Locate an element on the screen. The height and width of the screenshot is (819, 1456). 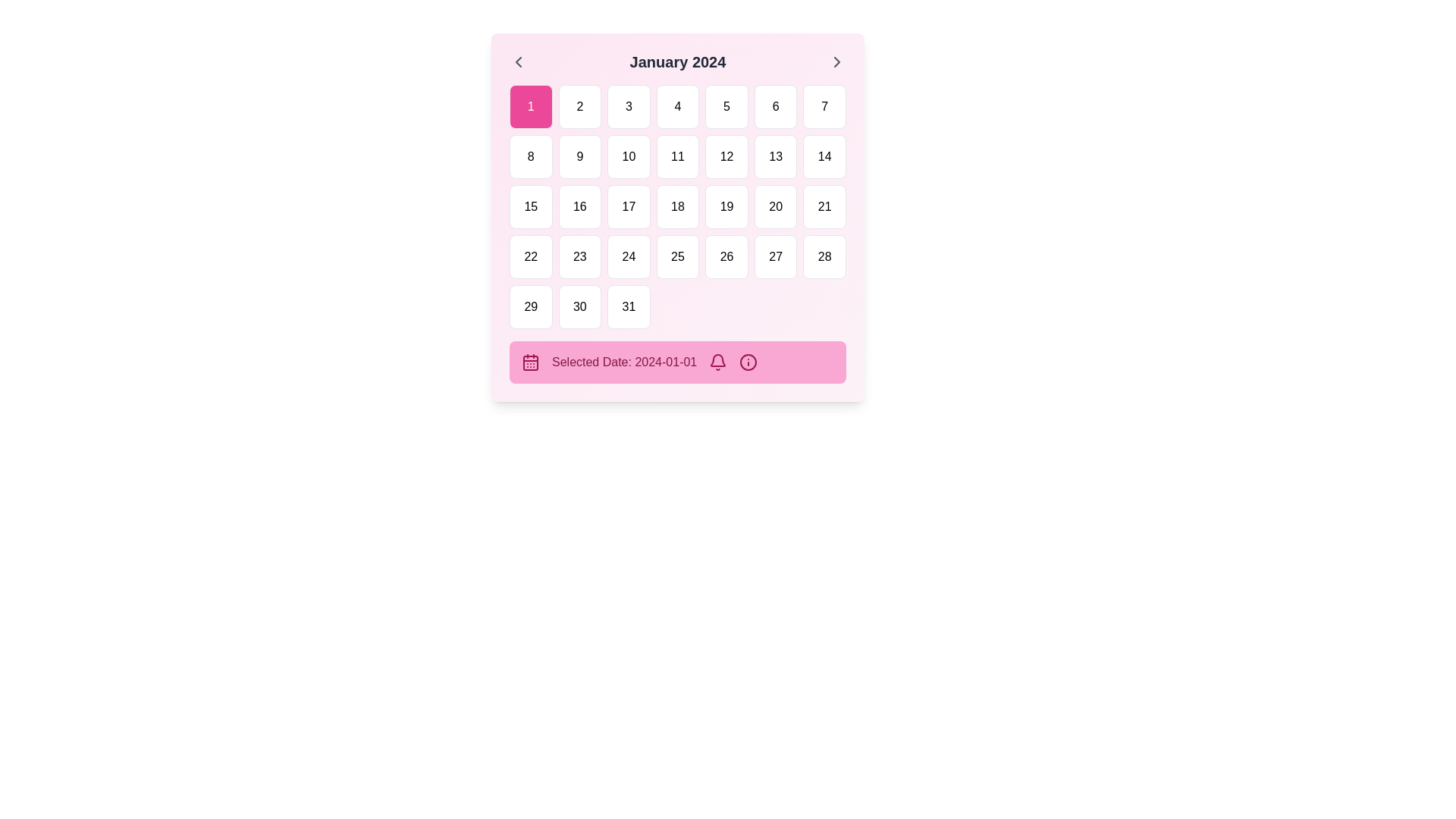
the highlighted button in the Date Picker Grid representing a day in January 2024 is located at coordinates (676, 207).